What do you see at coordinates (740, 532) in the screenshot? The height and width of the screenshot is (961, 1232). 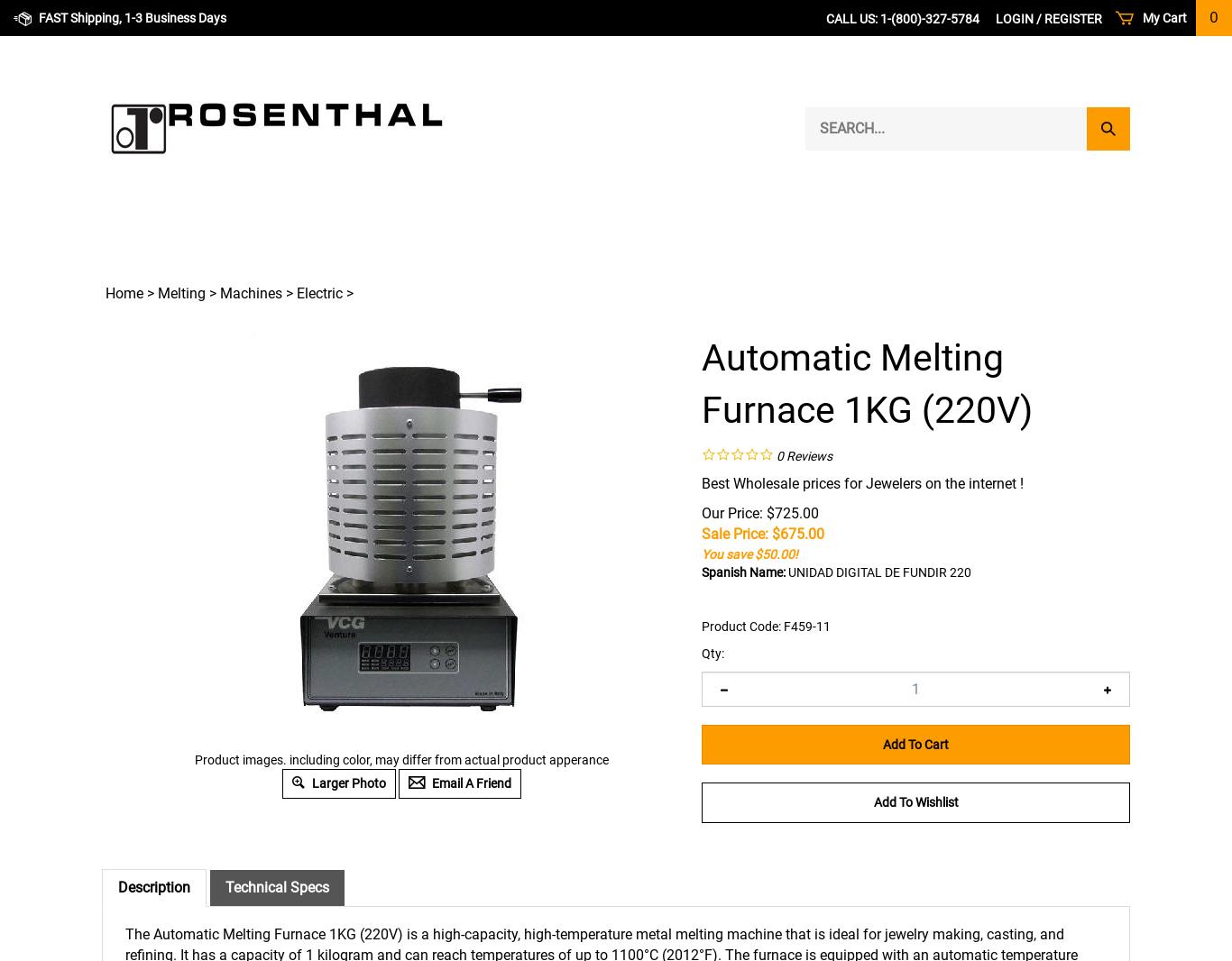 I see `'Sale Price: $'` at bounding box center [740, 532].